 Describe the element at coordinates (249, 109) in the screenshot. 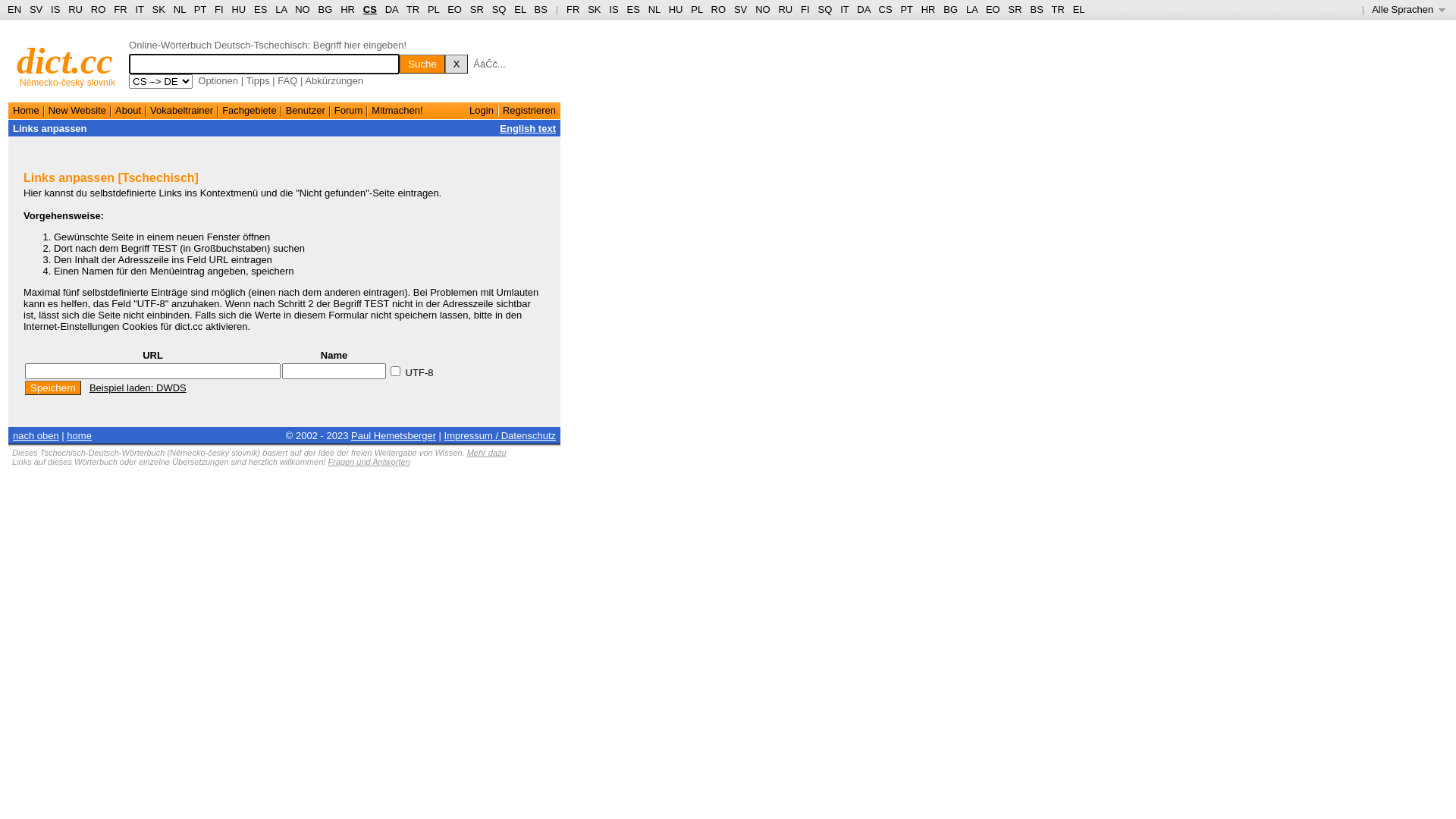

I see `'Fachgebiete'` at that location.